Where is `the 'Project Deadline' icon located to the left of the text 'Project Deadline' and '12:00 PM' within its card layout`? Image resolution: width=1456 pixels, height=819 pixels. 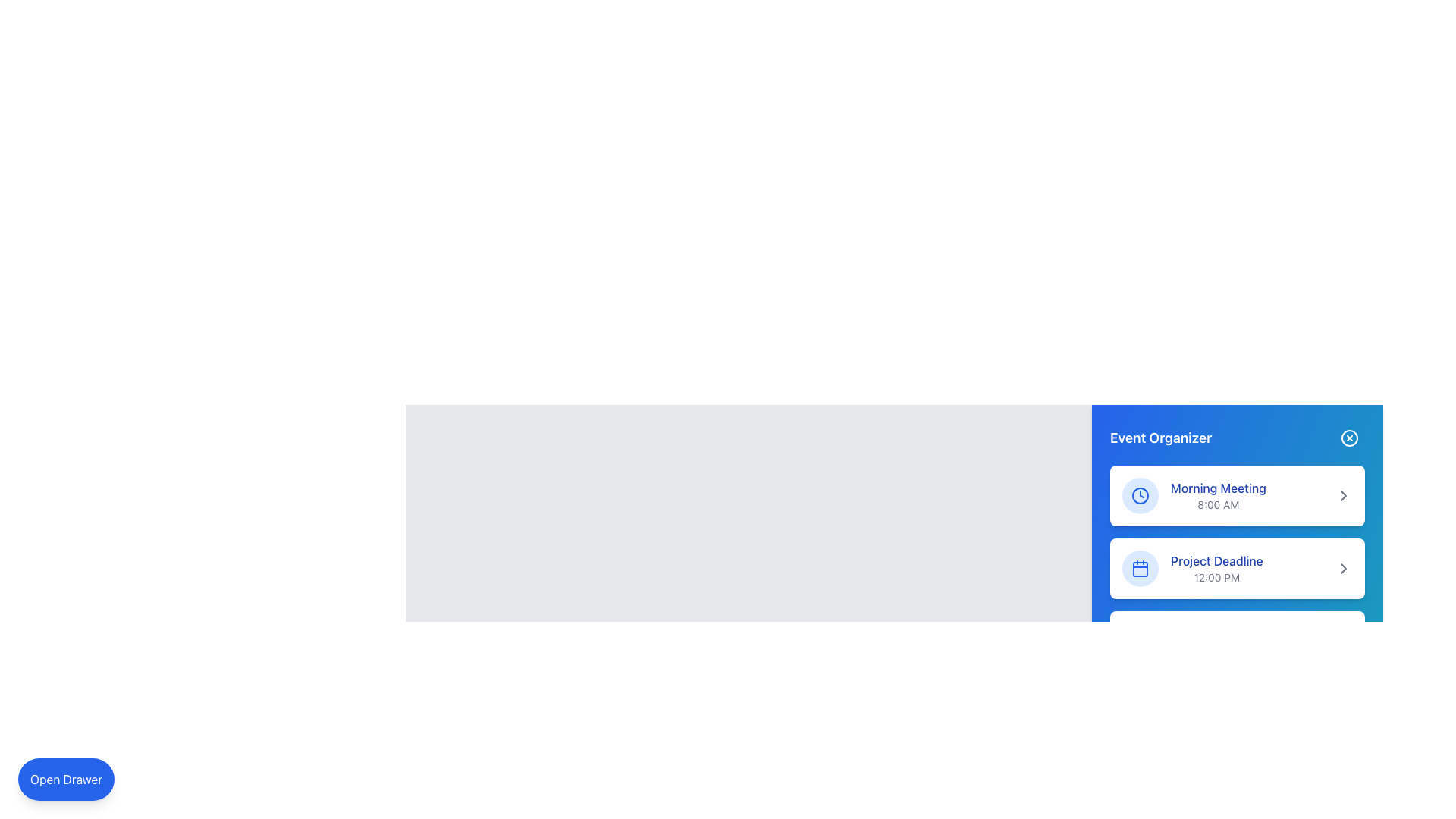
the 'Project Deadline' icon located to the left of the text 'Project Deadline' and '12:00 PM' within its card layout is located at coordinates (1140, 568).